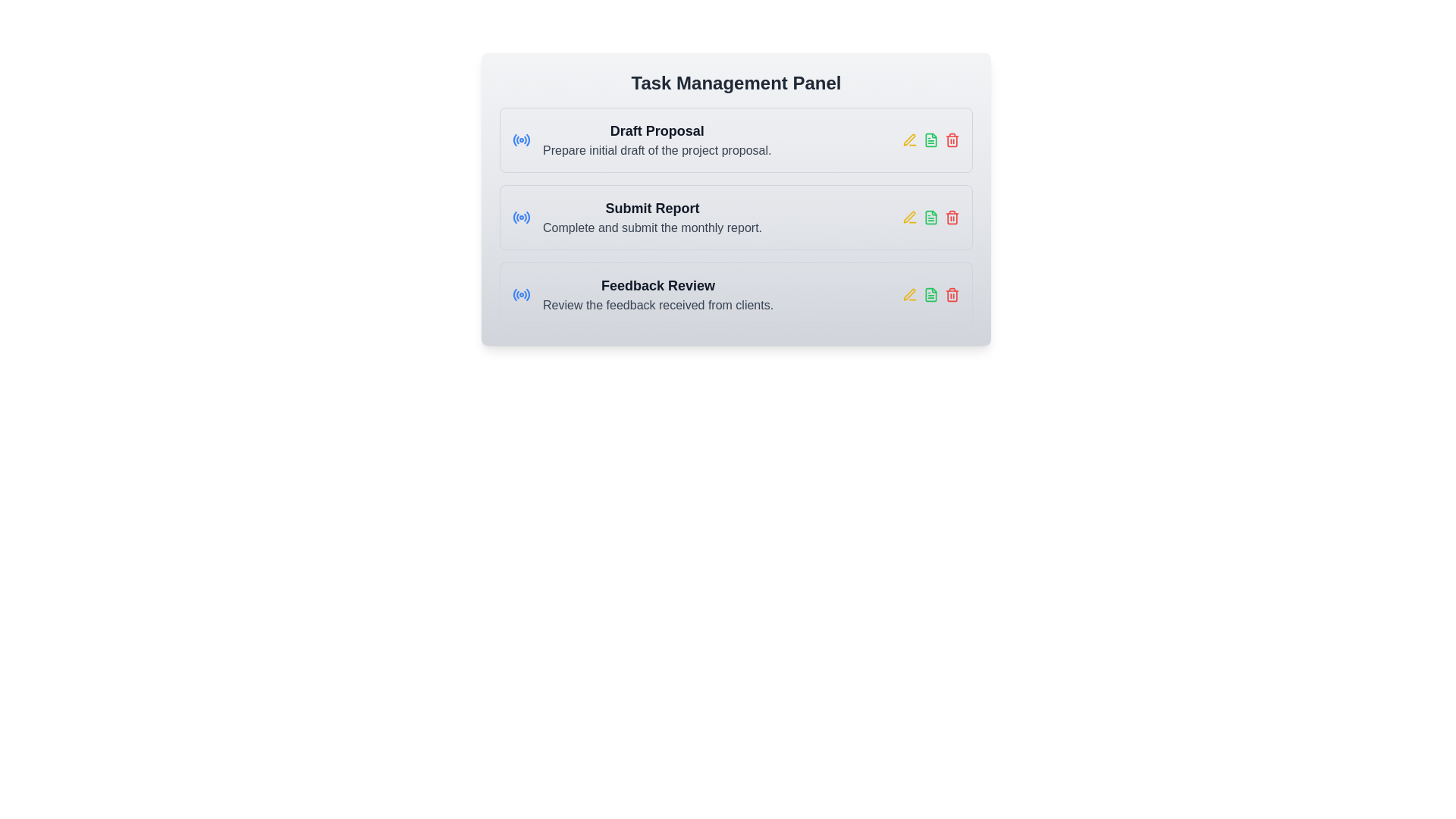 This screenshot has height=819, width=1456. What do you see at coordinates (952, 295) in the screenshot?
I see `the red trash bin icon on the rightmost side of the row` at bounding box center [952, 295].